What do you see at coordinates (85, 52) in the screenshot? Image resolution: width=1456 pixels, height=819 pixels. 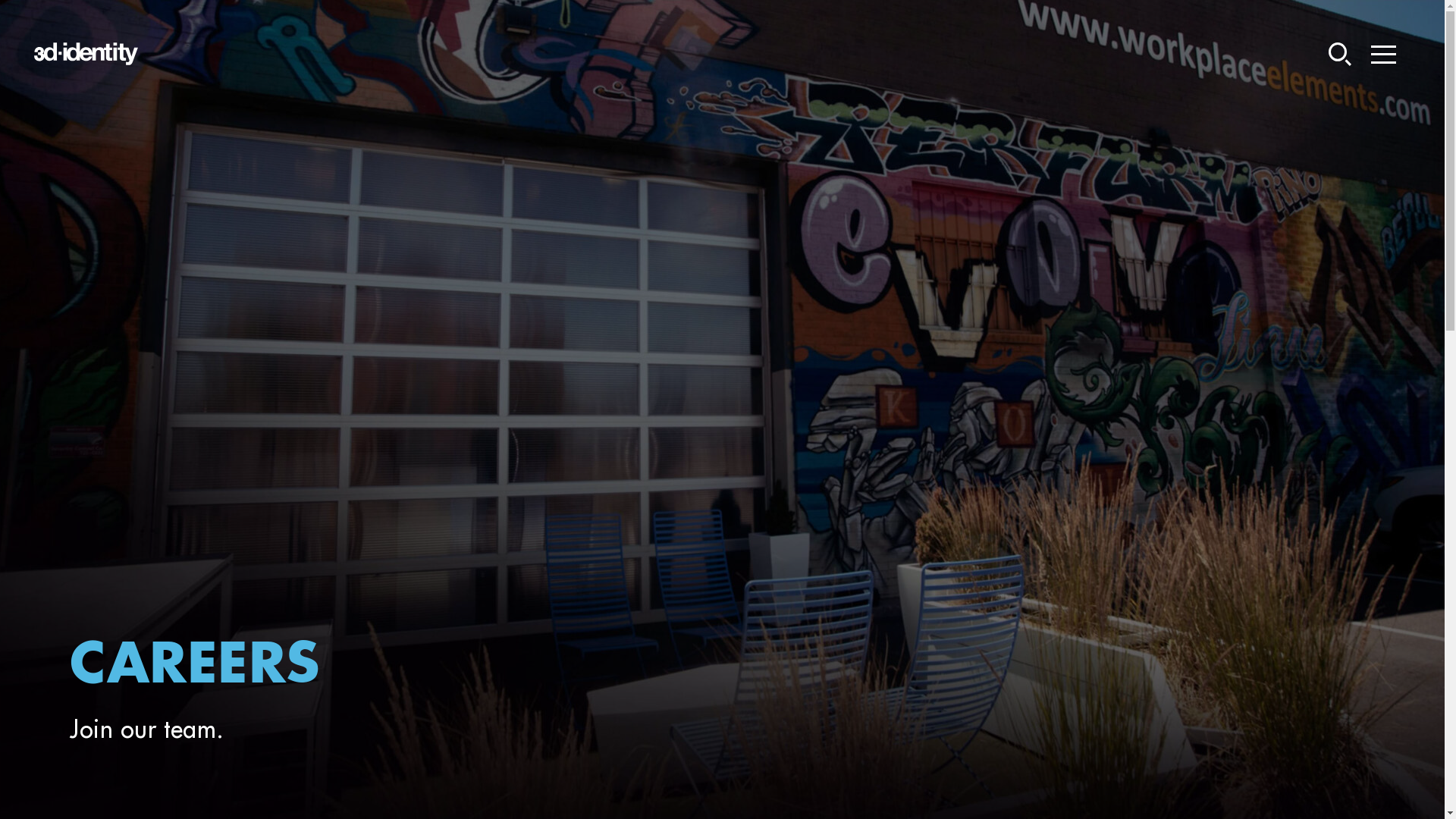 I see `'3DI - Logo'` at bounding box center [85, 52].